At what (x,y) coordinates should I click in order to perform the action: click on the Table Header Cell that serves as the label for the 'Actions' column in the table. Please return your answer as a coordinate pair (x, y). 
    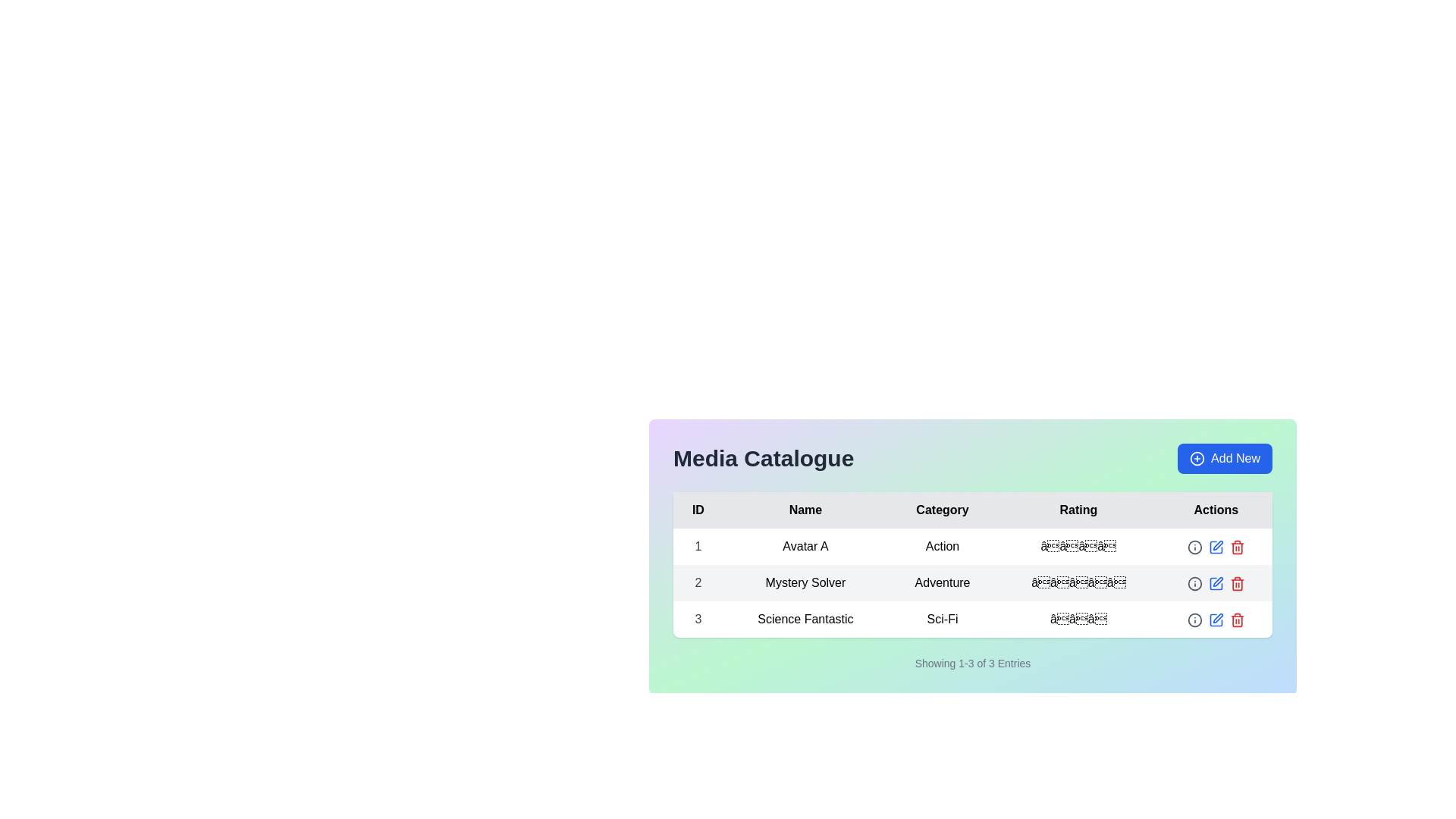
    Looking at the image, I should click on (1216, 510).